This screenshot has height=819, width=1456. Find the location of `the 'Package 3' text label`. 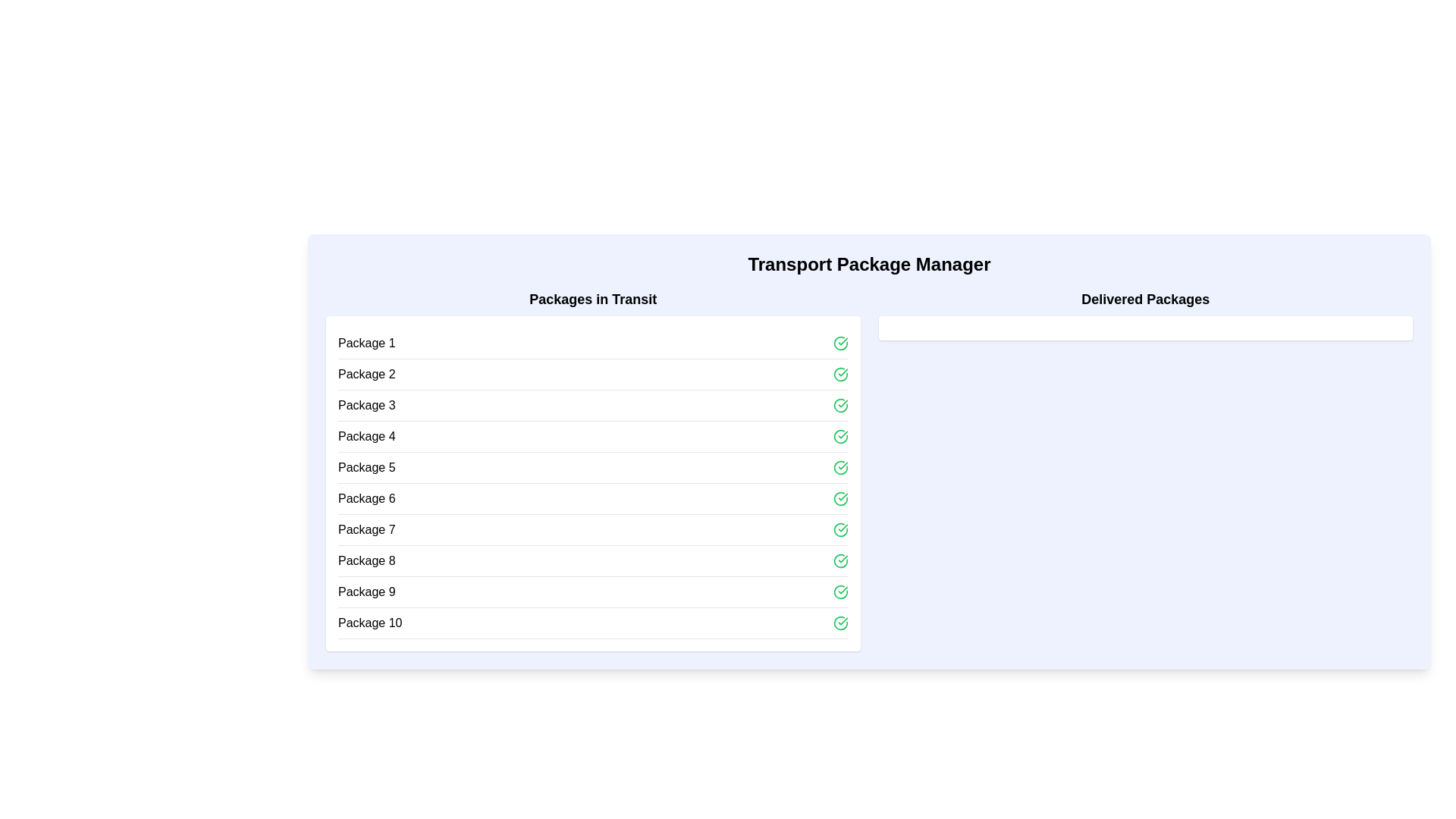

the 'Package 3' text label is located at coordinates (366, 405).